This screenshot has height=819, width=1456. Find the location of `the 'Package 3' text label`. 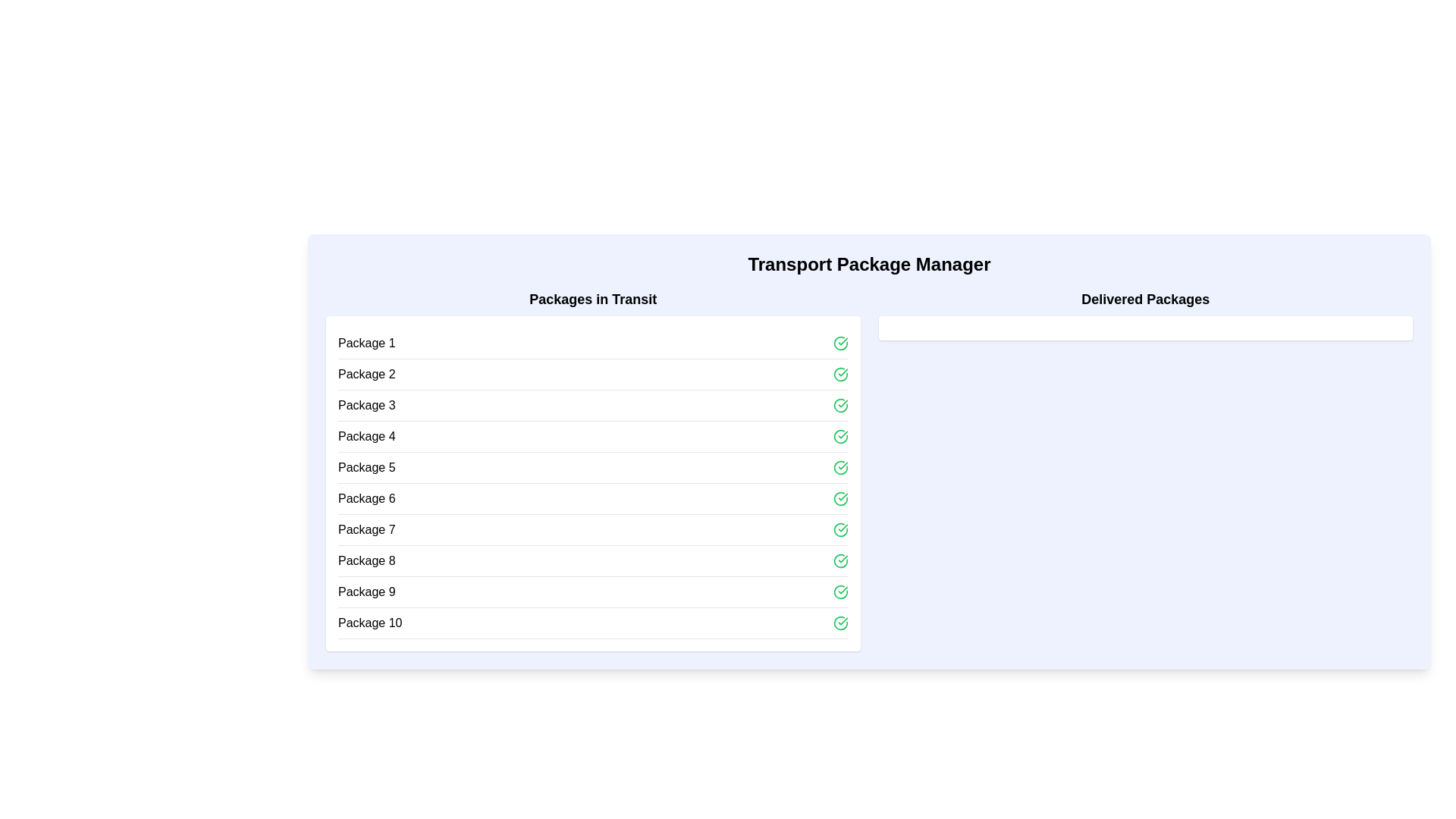

the 'Package 3' text label is located at coordinates (366, 405).